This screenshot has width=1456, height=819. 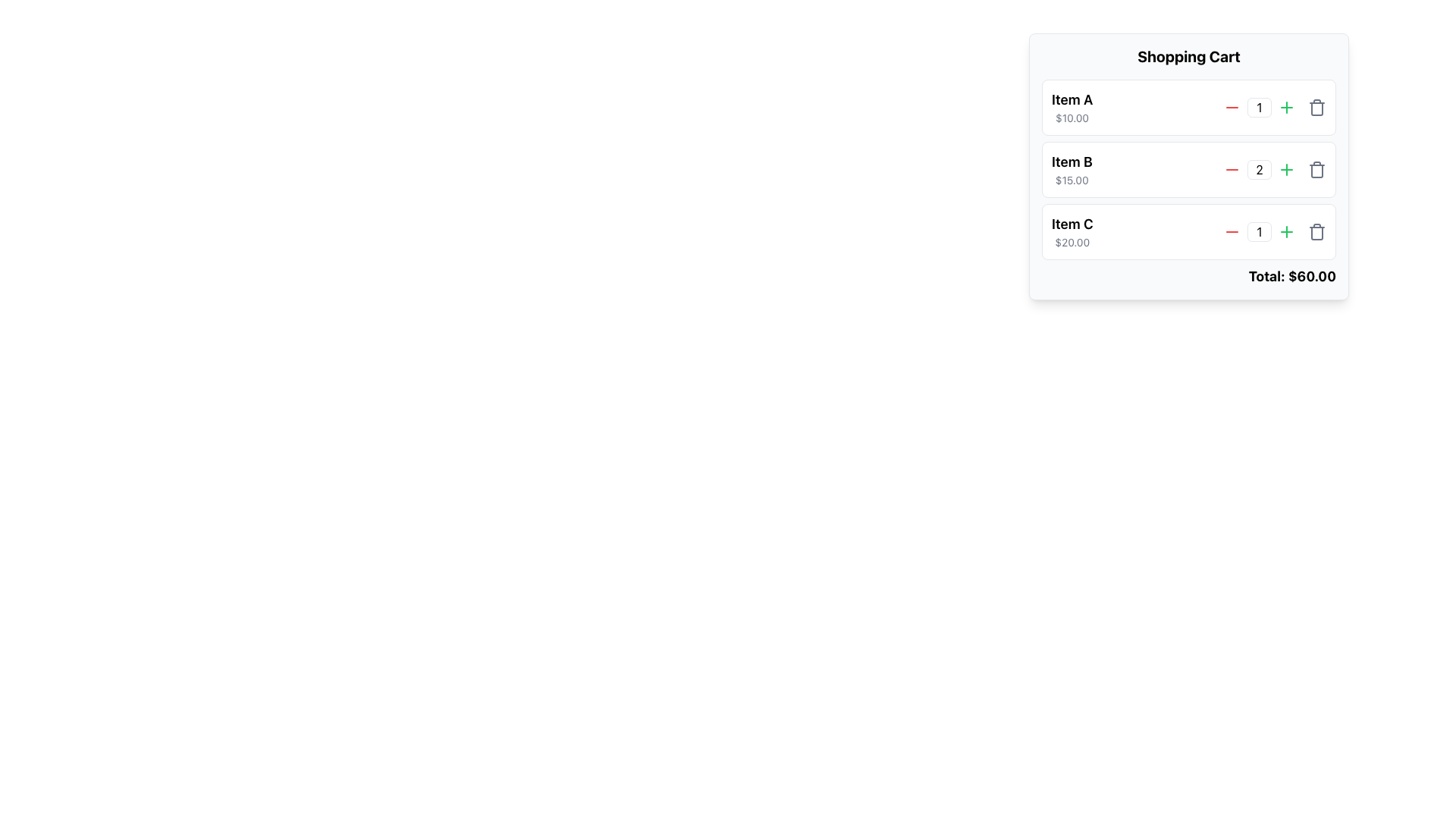 I want to click on the green plus icon button used for incrementing a quantity in the shopping cart interface, so click(x=1286, y=169).